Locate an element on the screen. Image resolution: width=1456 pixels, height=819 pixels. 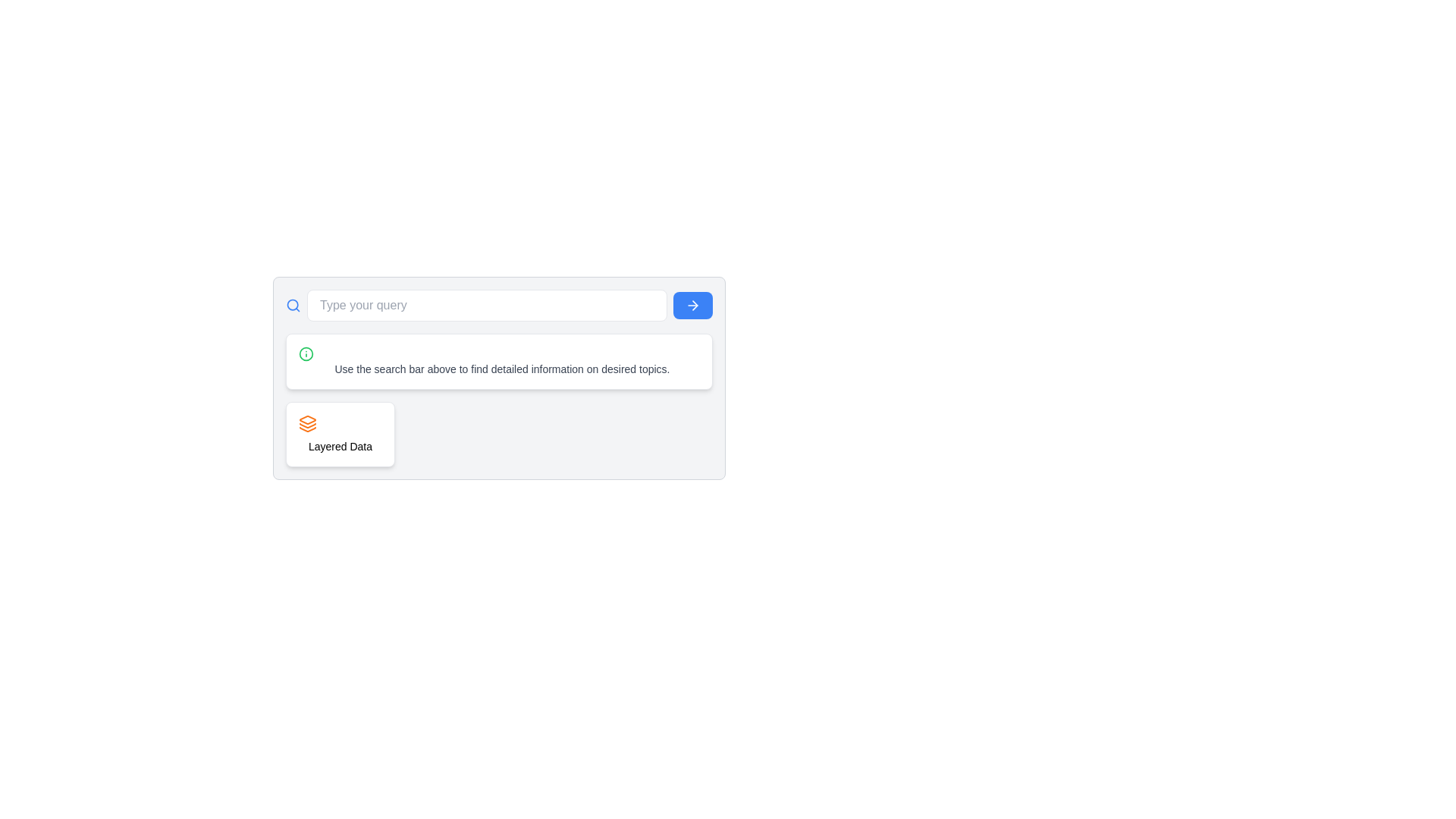
the right-arrow icon within the blue button located in the bottom-right portion of the search interface is located at coordinates (692, 305).